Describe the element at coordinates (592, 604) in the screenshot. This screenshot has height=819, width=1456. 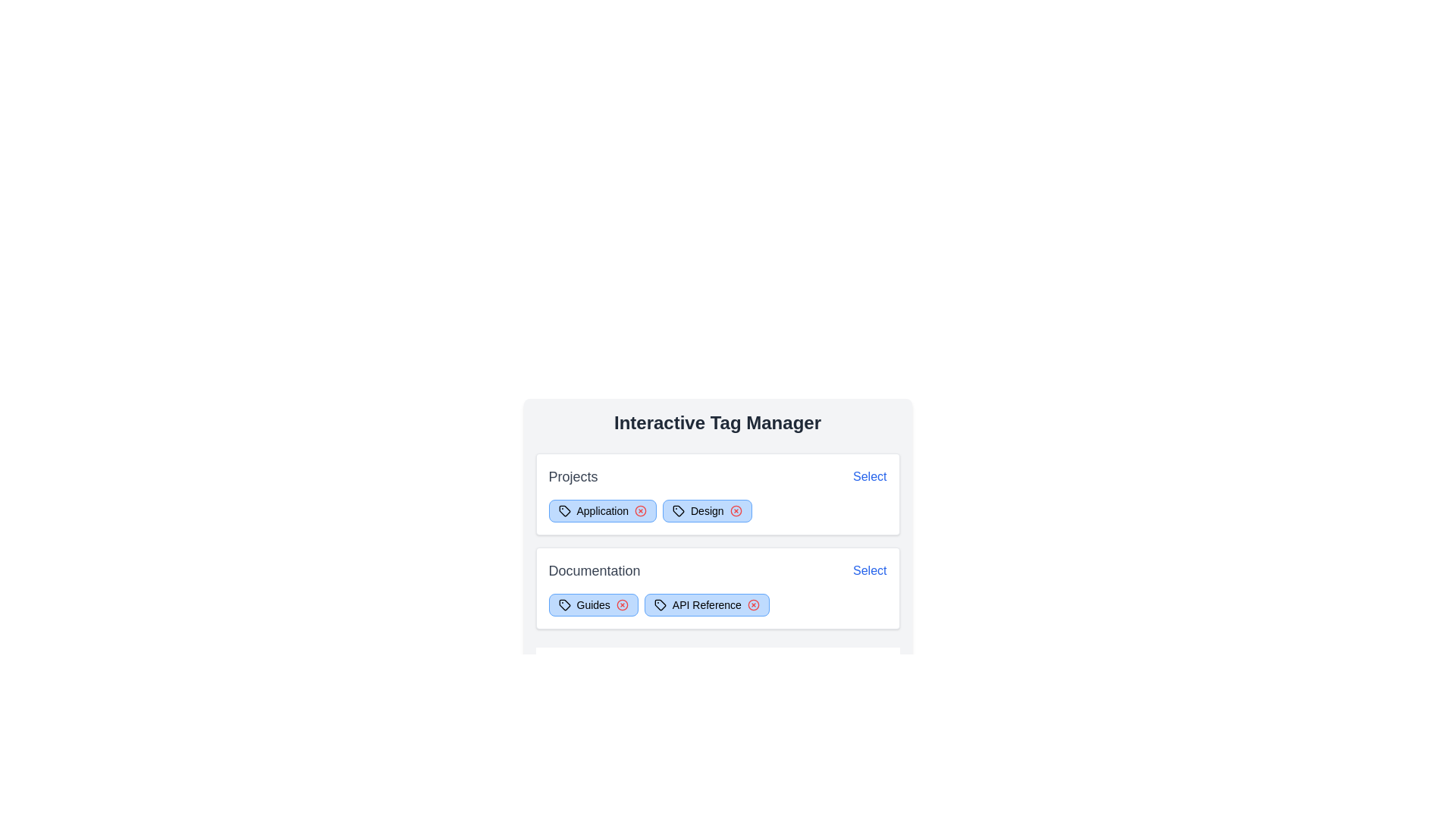
I see `the 'Guides' button, which is a light blue rectangular button with rounded corners, containing a black tag icon and the text 'Guides', located under the 'Documentation' header` at that location.